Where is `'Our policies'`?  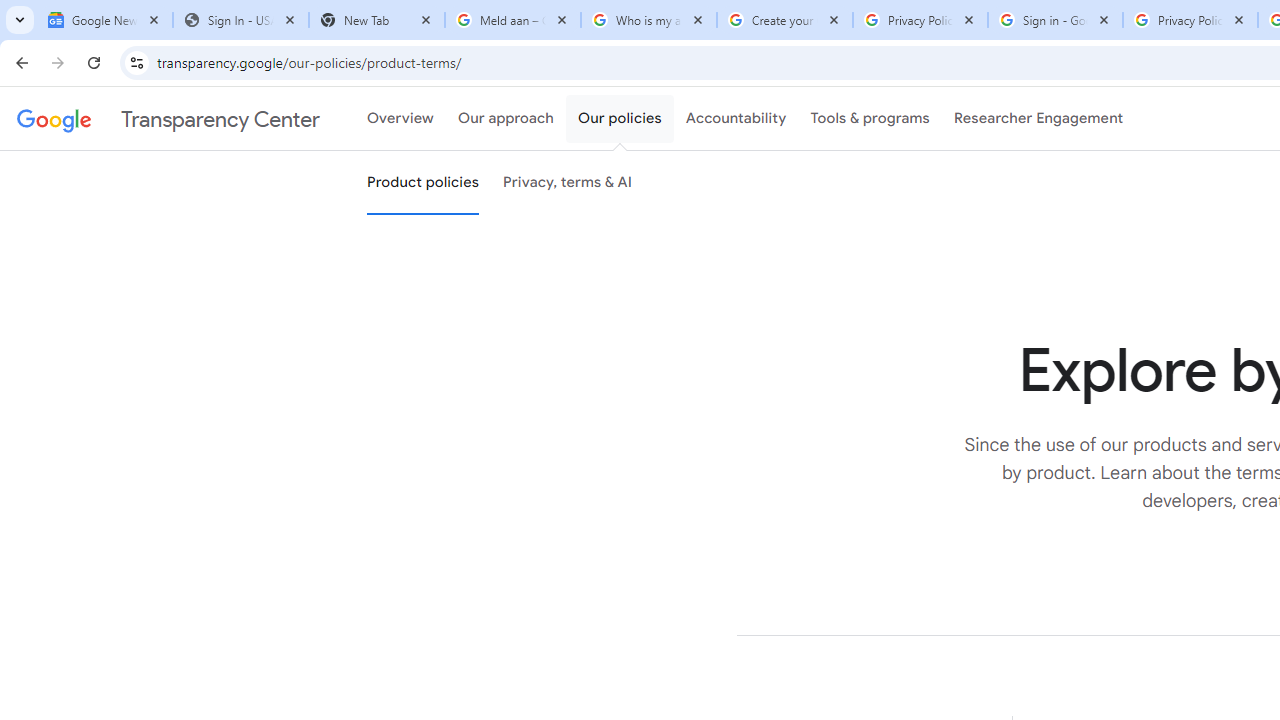 'Our policies' is located at coordinates (619, 119).